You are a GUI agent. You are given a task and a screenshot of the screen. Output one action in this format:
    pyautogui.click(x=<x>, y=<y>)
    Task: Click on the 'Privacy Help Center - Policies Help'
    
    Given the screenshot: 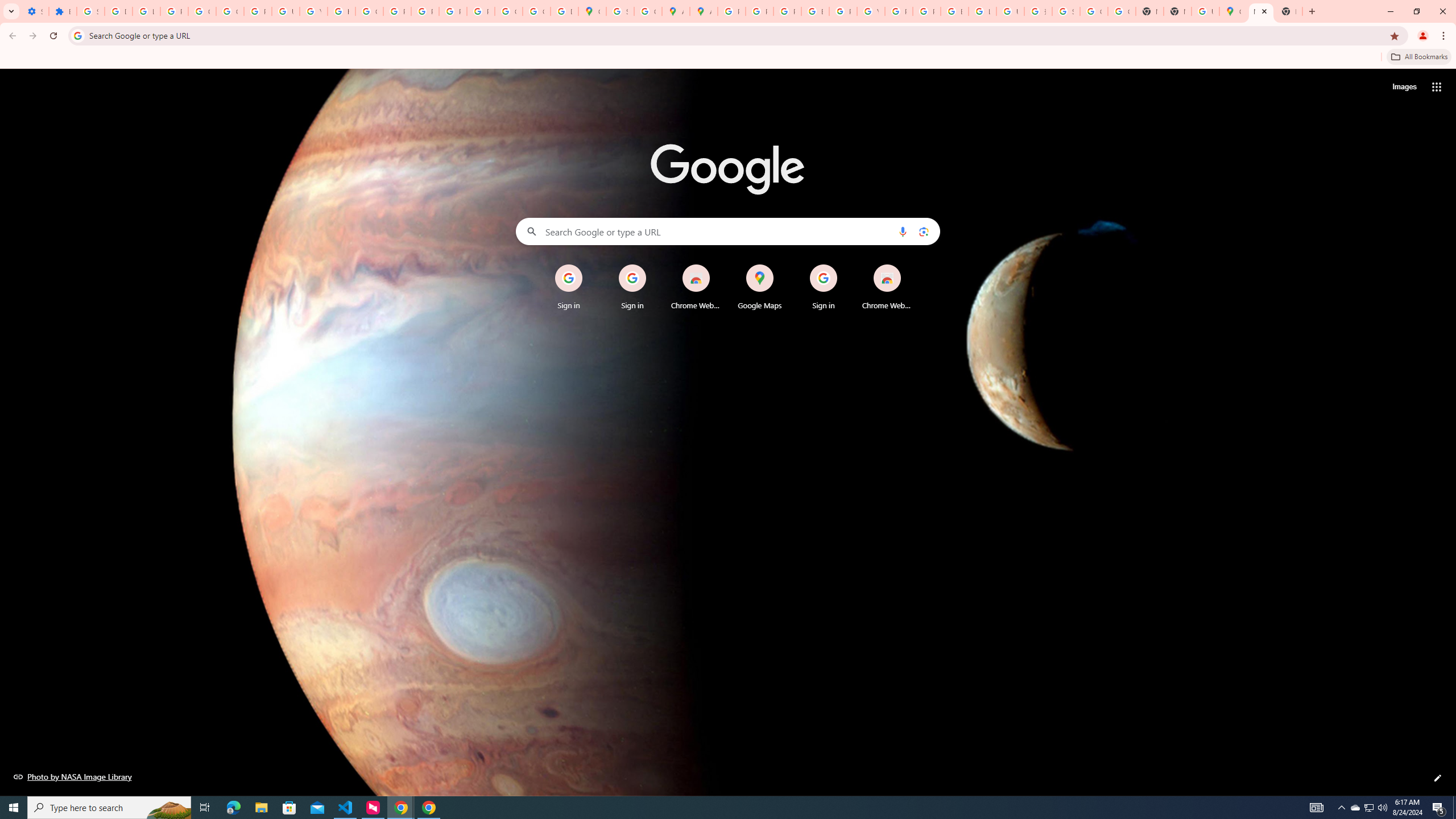 What is the action you would take?
    pyautogui.click(x=760, y=11)
    